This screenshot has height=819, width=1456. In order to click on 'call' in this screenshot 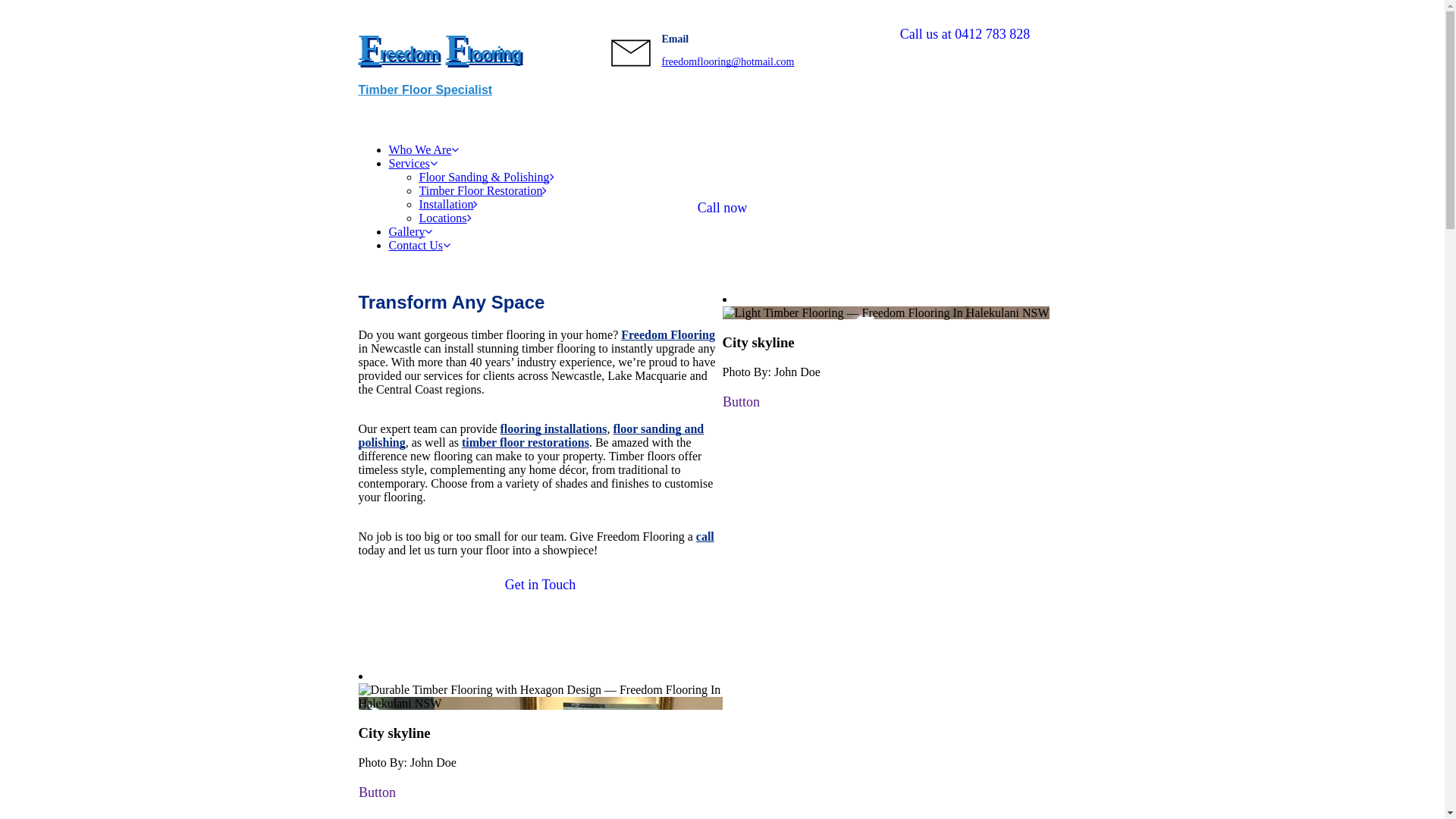, I will do `click(704, 535)`.